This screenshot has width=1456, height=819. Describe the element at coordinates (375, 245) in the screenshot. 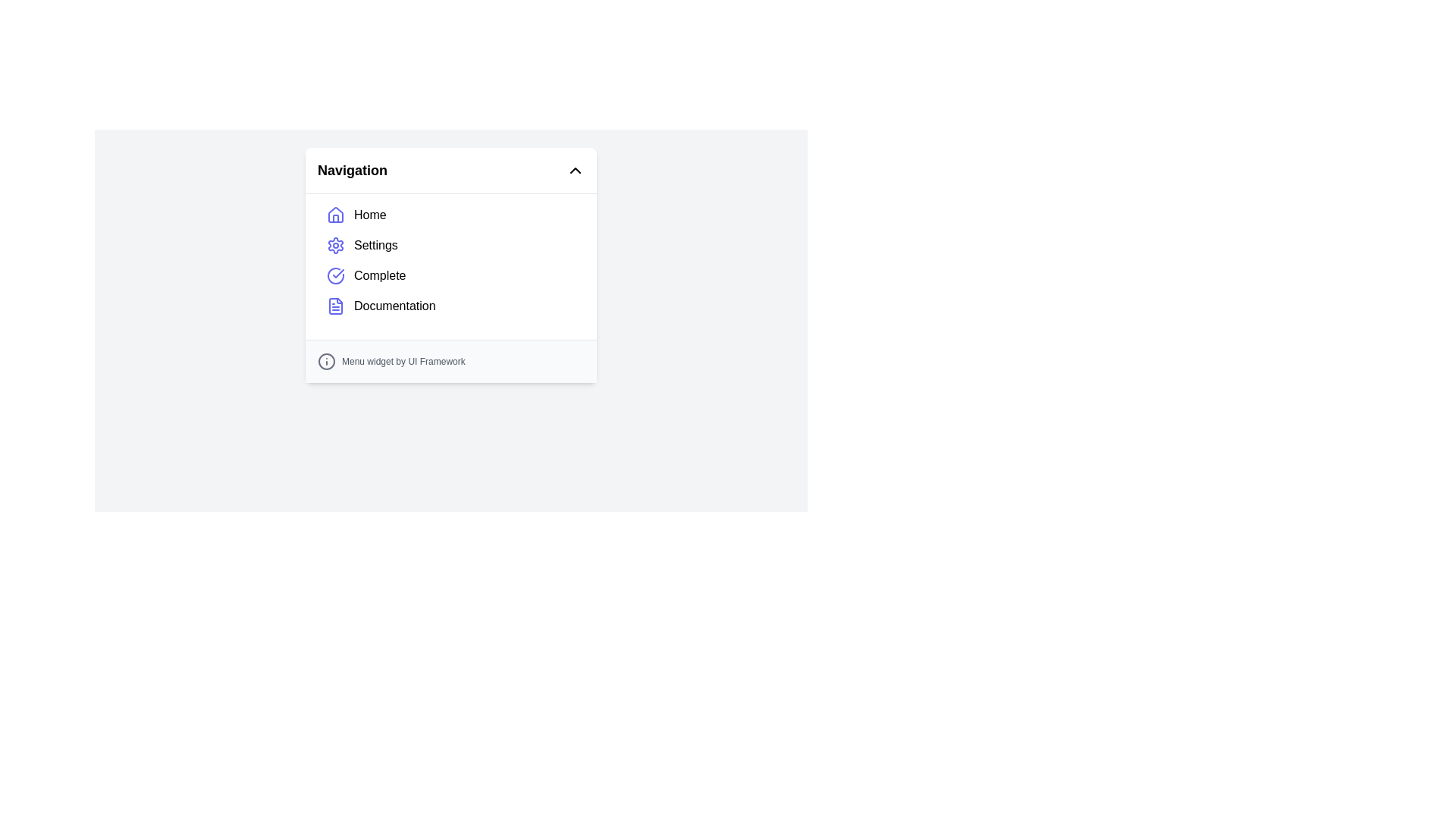

I see `the 'Settings' menu option represented by the TextLabel, which is the second item in the vertical menu list` at that location.